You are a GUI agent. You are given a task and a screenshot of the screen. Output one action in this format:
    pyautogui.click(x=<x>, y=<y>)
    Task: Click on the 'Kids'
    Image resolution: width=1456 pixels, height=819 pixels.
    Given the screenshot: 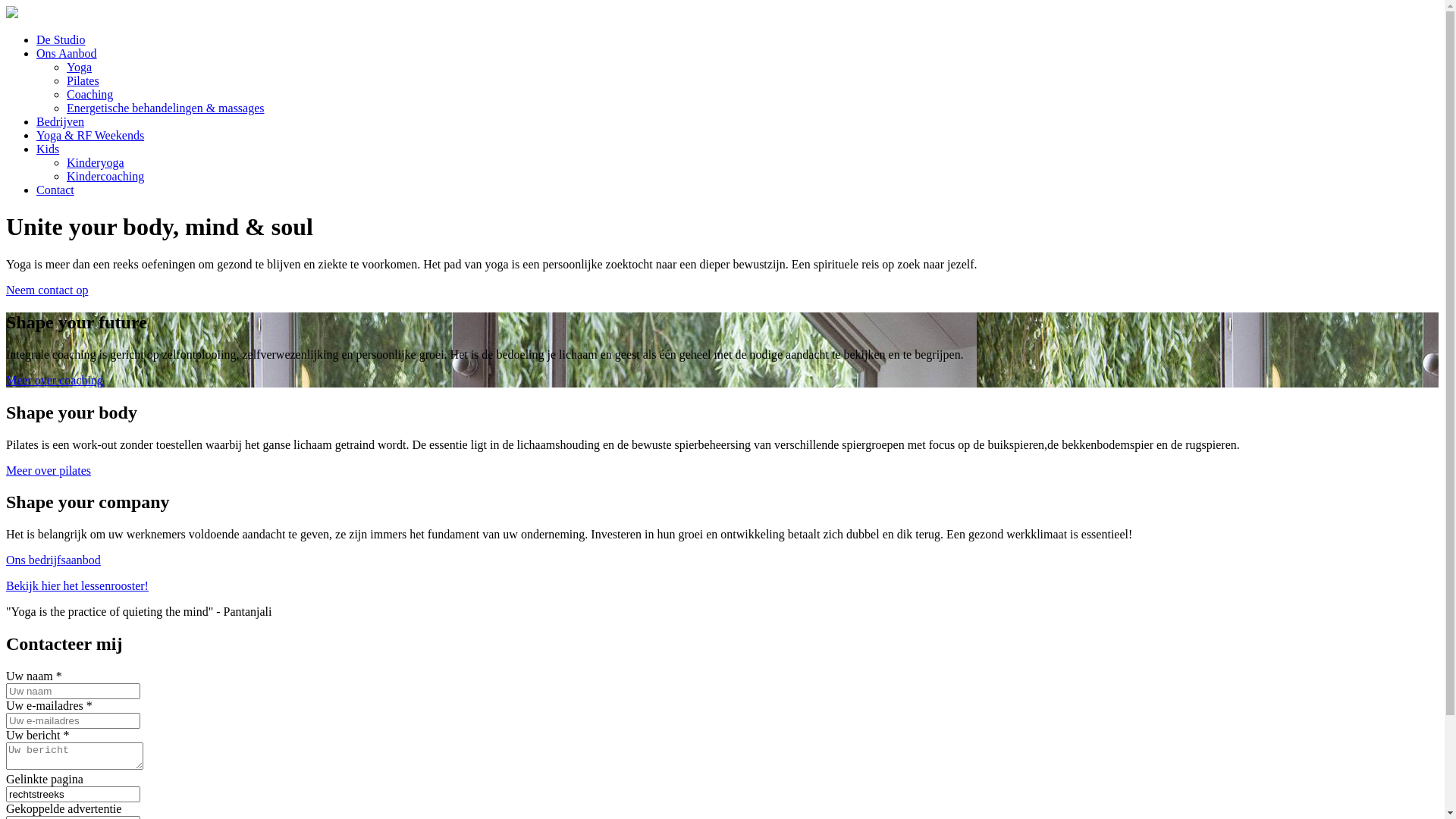 What is the action you would take?
    pyautogui.click(x=36, y=149)
    